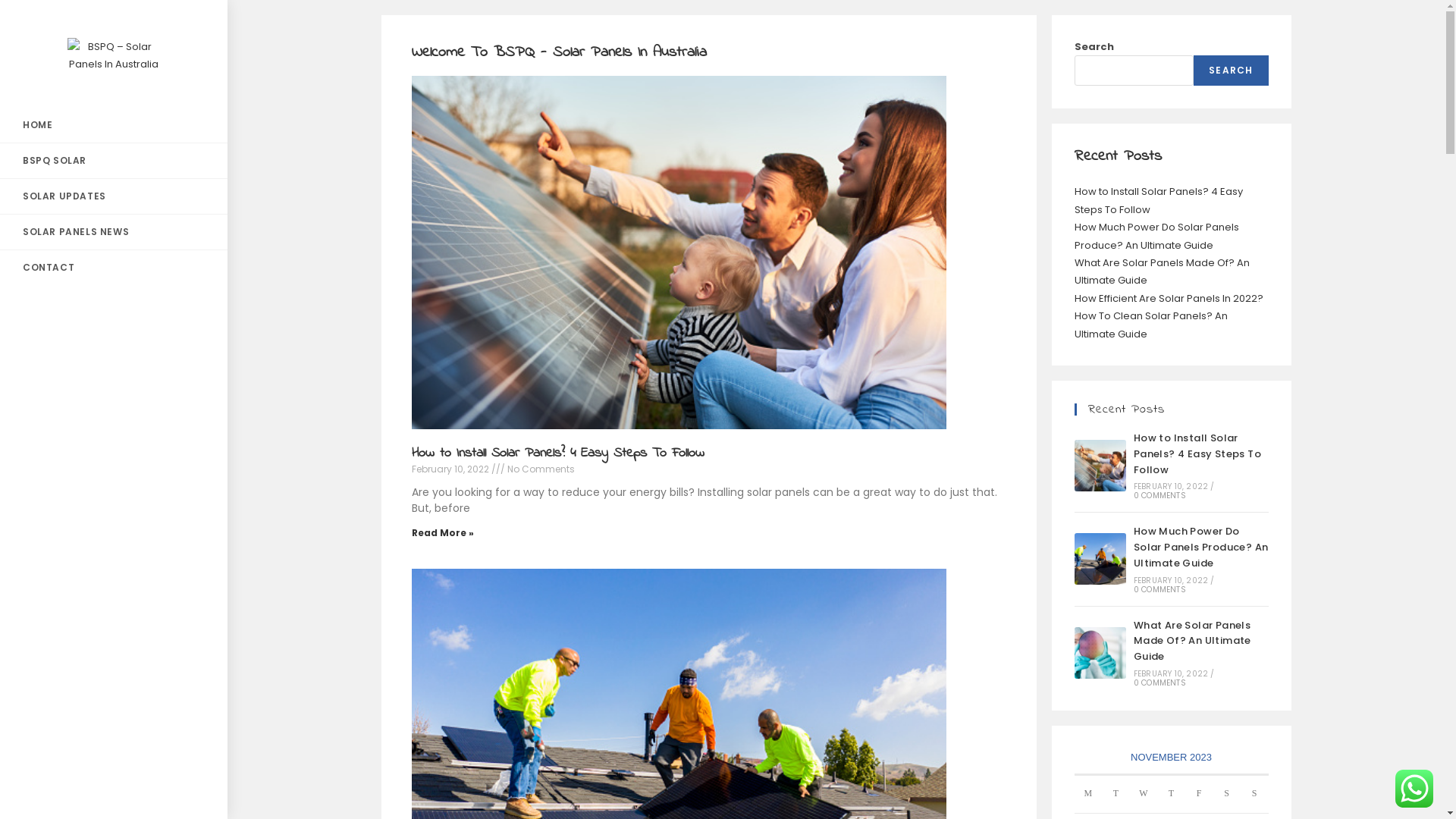 Image resolution: width=1456 pixels, height=819 pixels. What do you see at coordinates (1200, 547) in the screenshot?
I see `'How Much Power Do Solar Panels Produce? An Ultimate Guide'` at bounding box center [1200, 547].